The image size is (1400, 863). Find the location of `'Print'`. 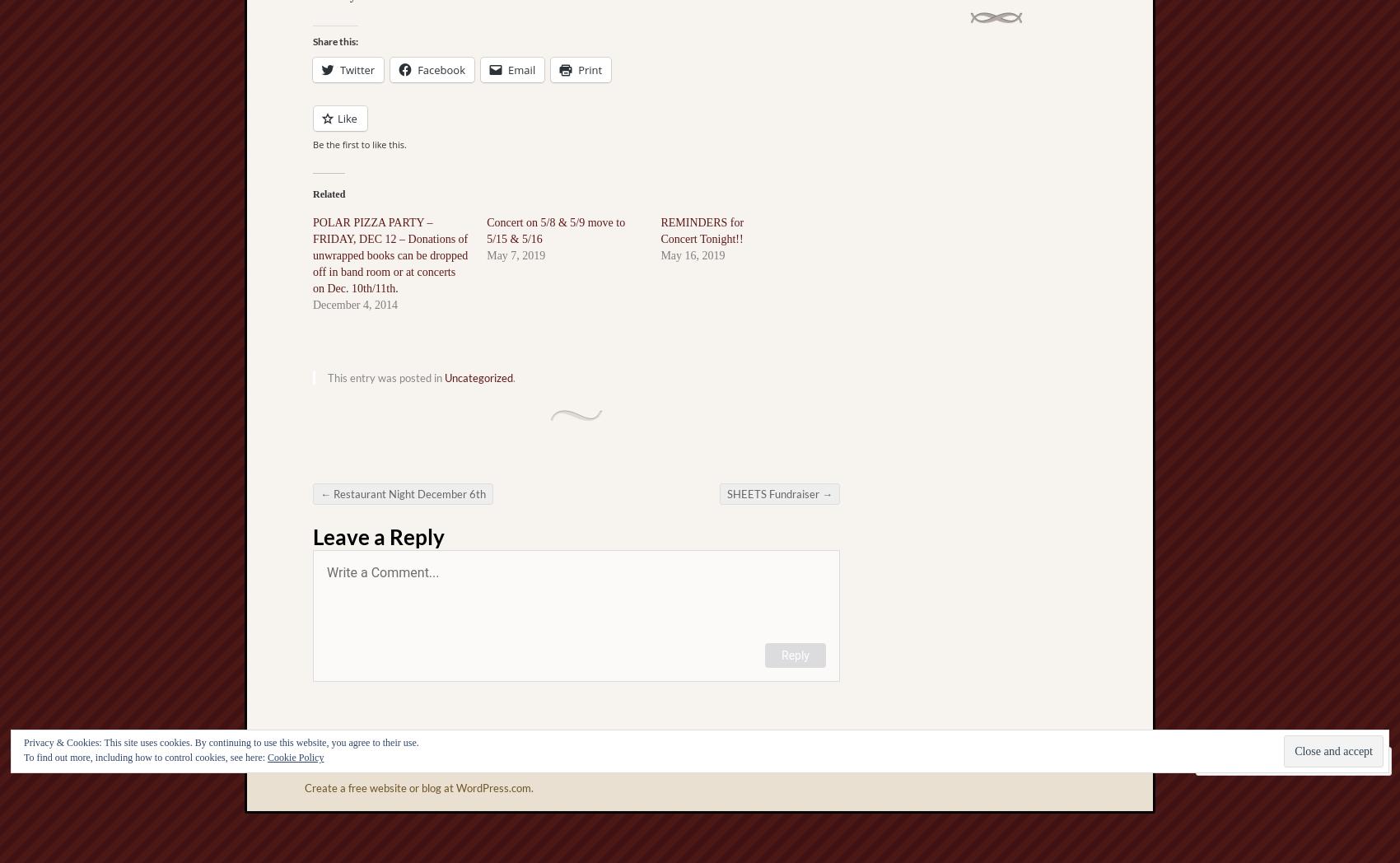

'Print' is located at coordinates (577, 69).